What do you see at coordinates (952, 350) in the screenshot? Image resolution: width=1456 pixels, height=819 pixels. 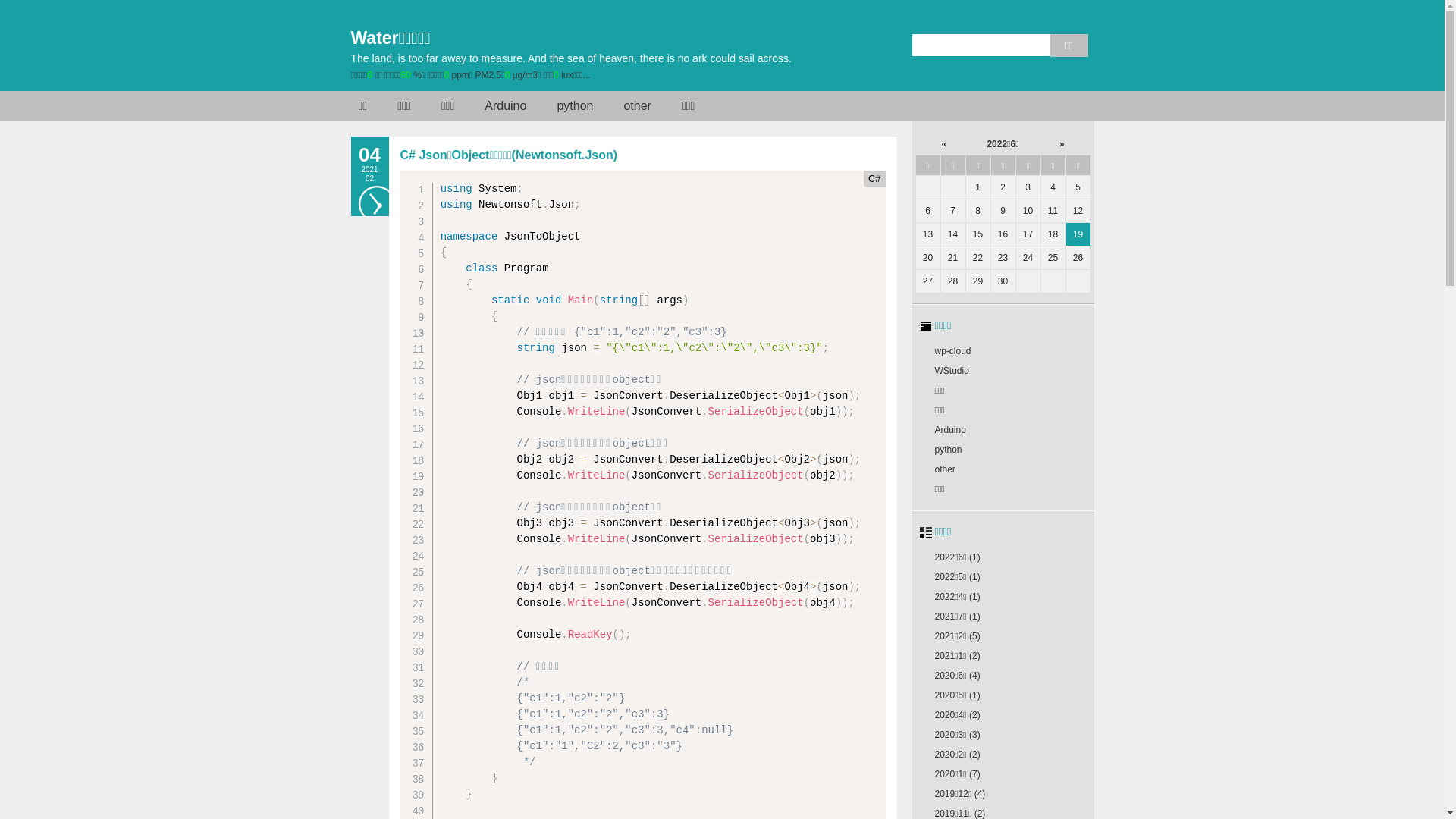 I see `'wp-cloud'` at bounding box center [952, 350].